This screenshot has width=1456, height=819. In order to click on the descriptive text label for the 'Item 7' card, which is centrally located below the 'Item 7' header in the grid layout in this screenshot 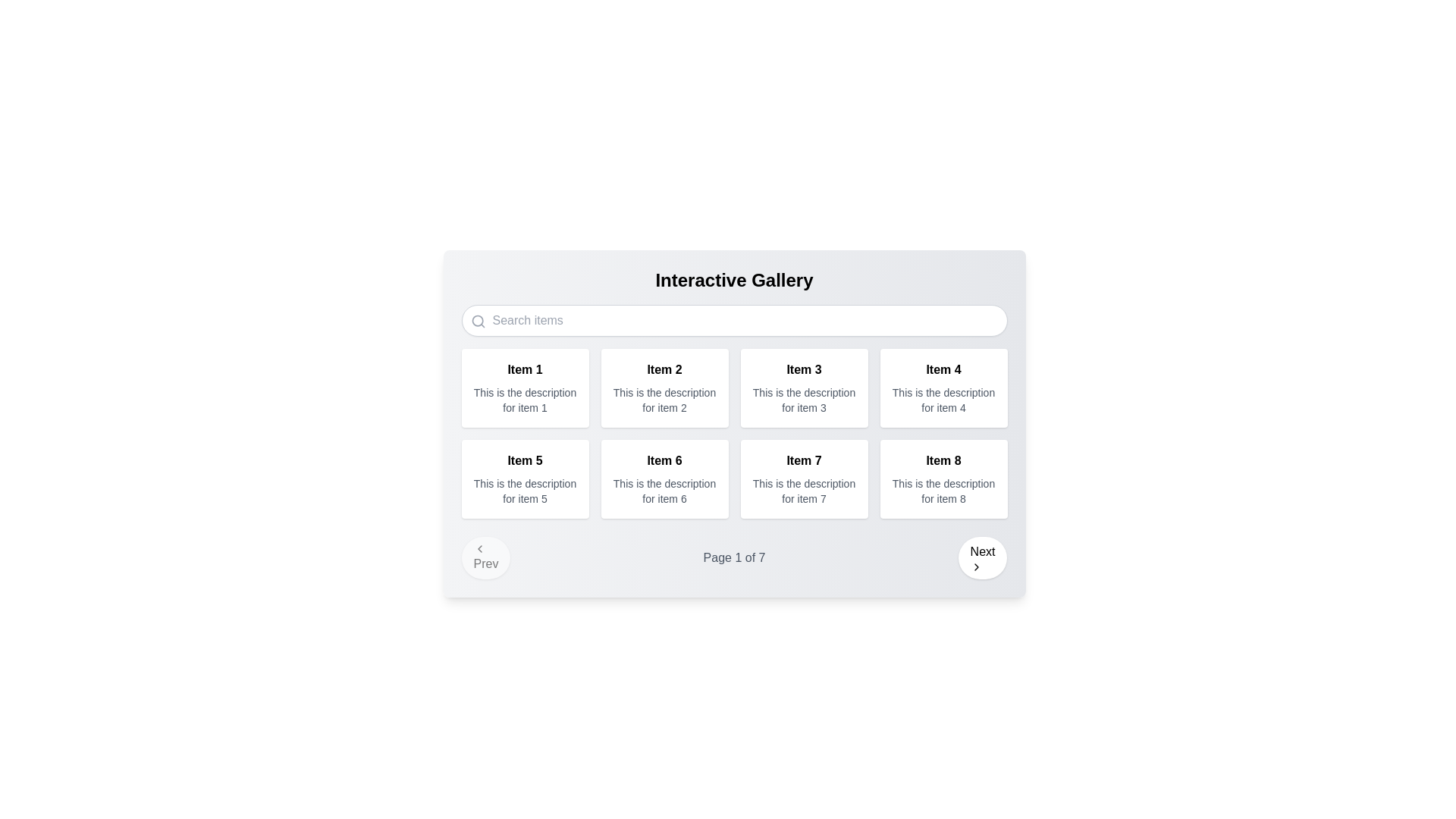, I will do `click(803, 491)`.